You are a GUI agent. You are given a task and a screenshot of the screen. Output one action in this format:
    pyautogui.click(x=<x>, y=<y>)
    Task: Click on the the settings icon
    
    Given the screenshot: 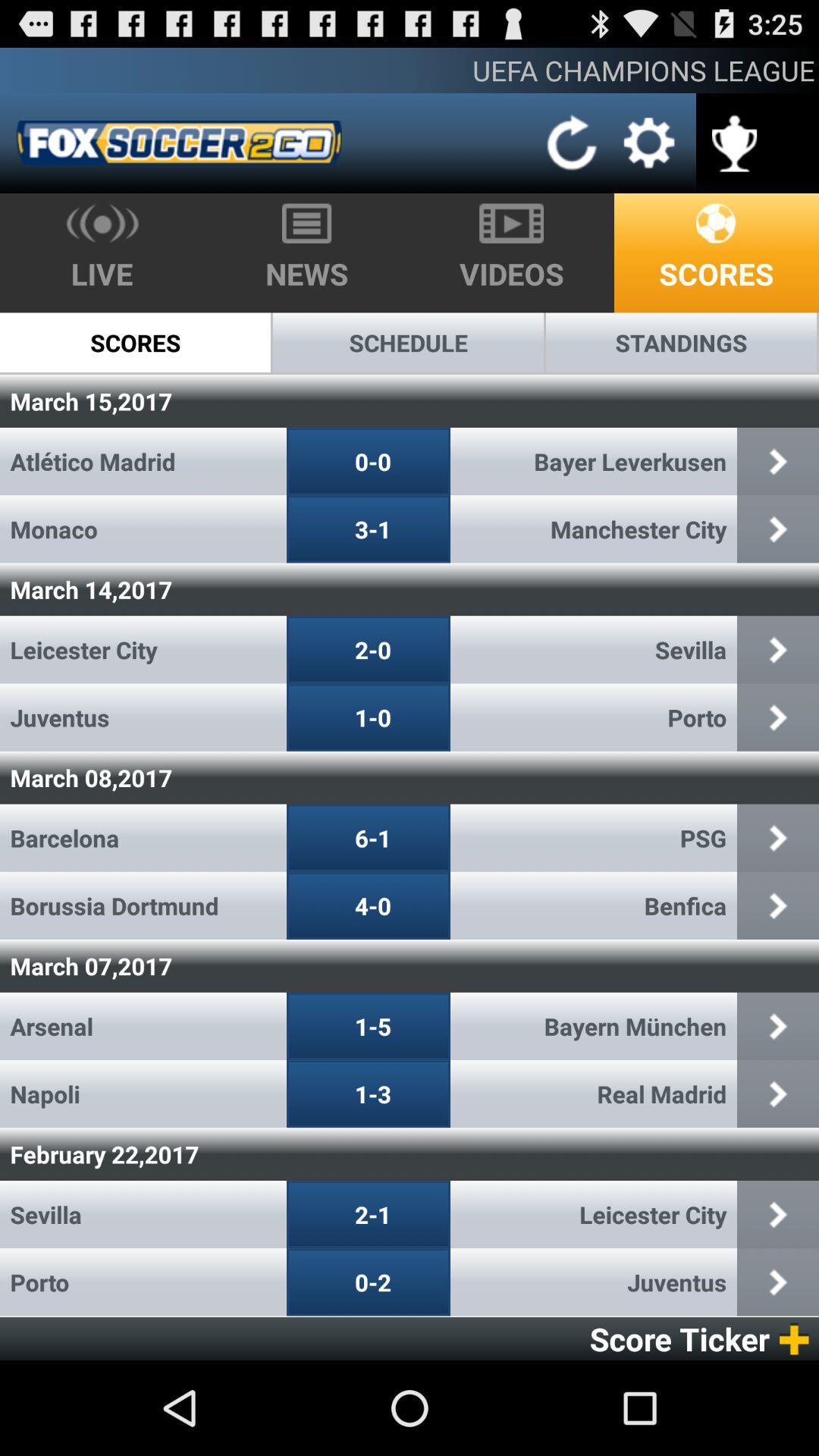 What is the action you would take?
    pyautogui.click(x=648, y=152)
    